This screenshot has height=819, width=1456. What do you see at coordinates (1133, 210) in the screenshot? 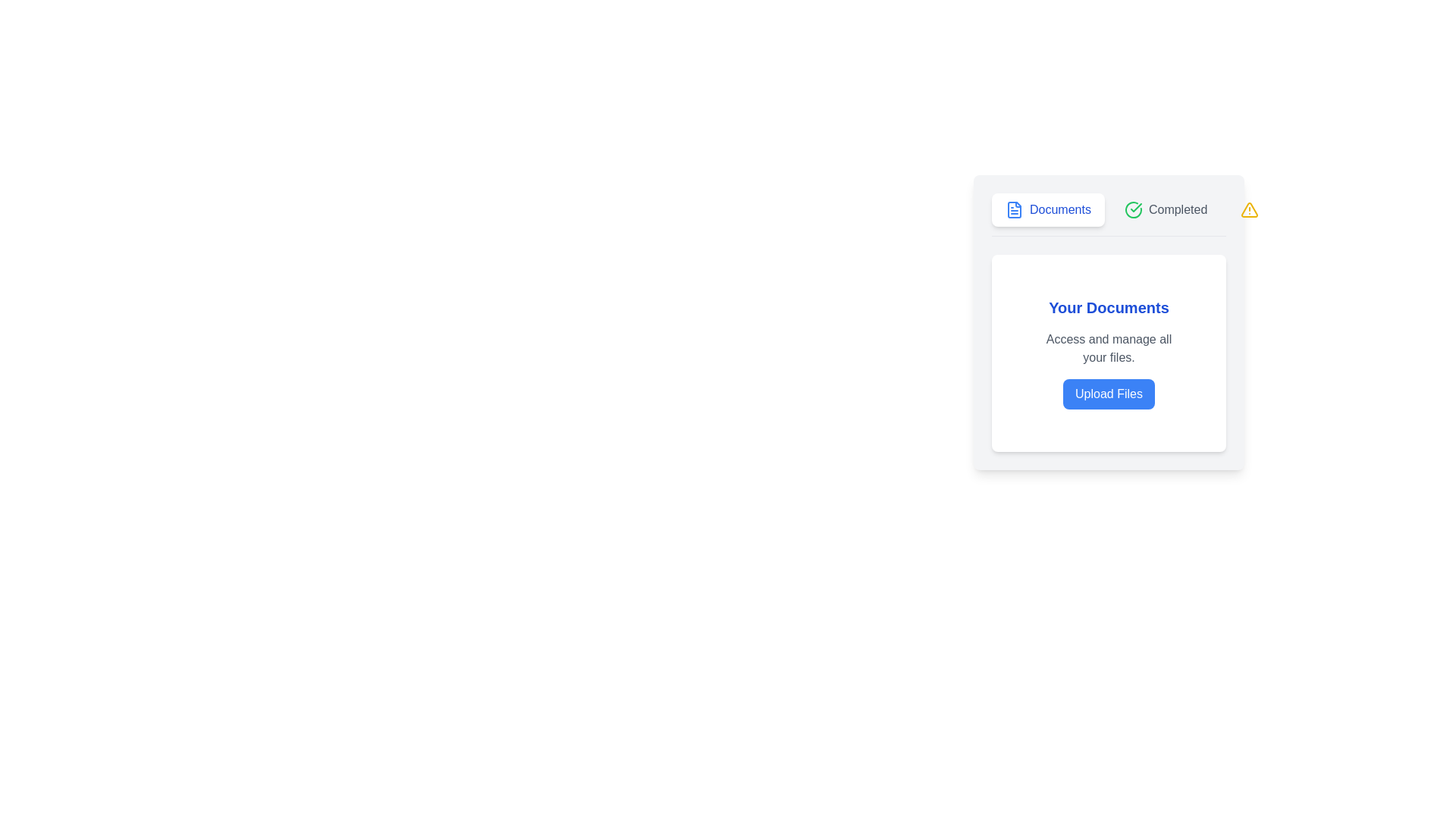
I see `the visual indicator icon located to the left of the text 'Completed', which emphasizes the status of 'Completed'` at bounding box center [1133, 210].